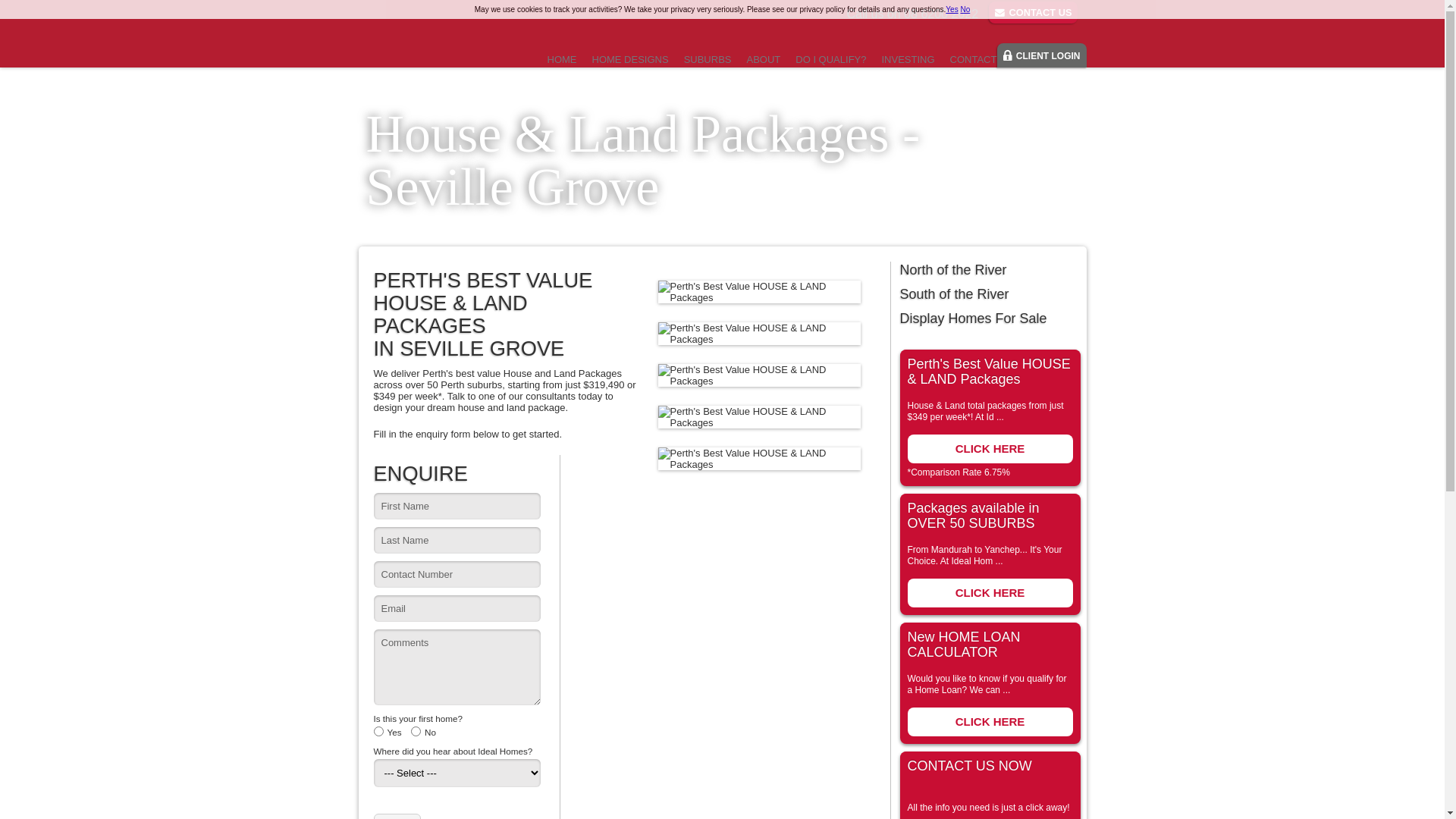 The height and width of the screenshot is (819, 1456). Describe the element at coordinates (989, 294) in the screenshot. I see `'South of the River'` at that location.